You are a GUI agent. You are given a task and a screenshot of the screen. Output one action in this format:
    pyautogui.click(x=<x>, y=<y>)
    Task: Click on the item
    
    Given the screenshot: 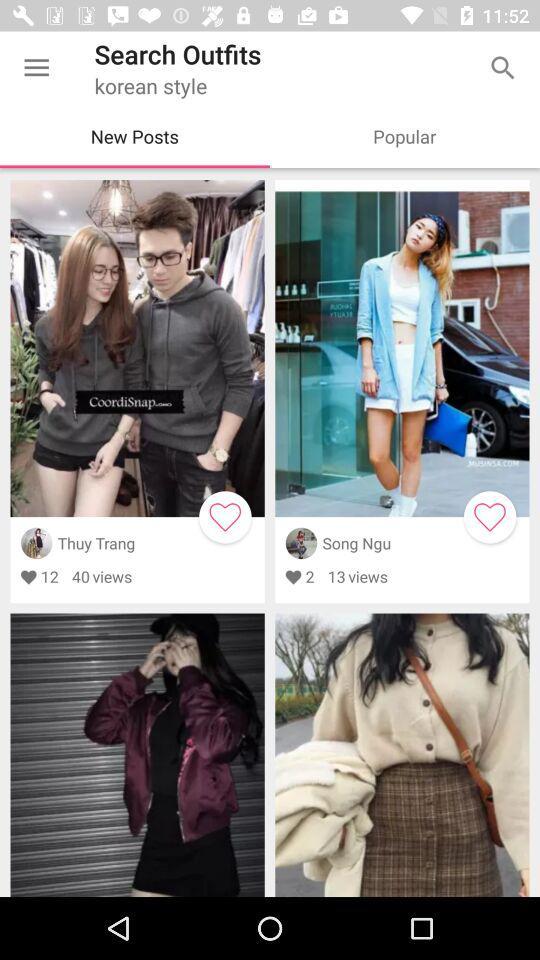 What is the action you would take?
    pyautogui.click(x=224, y=516)
    